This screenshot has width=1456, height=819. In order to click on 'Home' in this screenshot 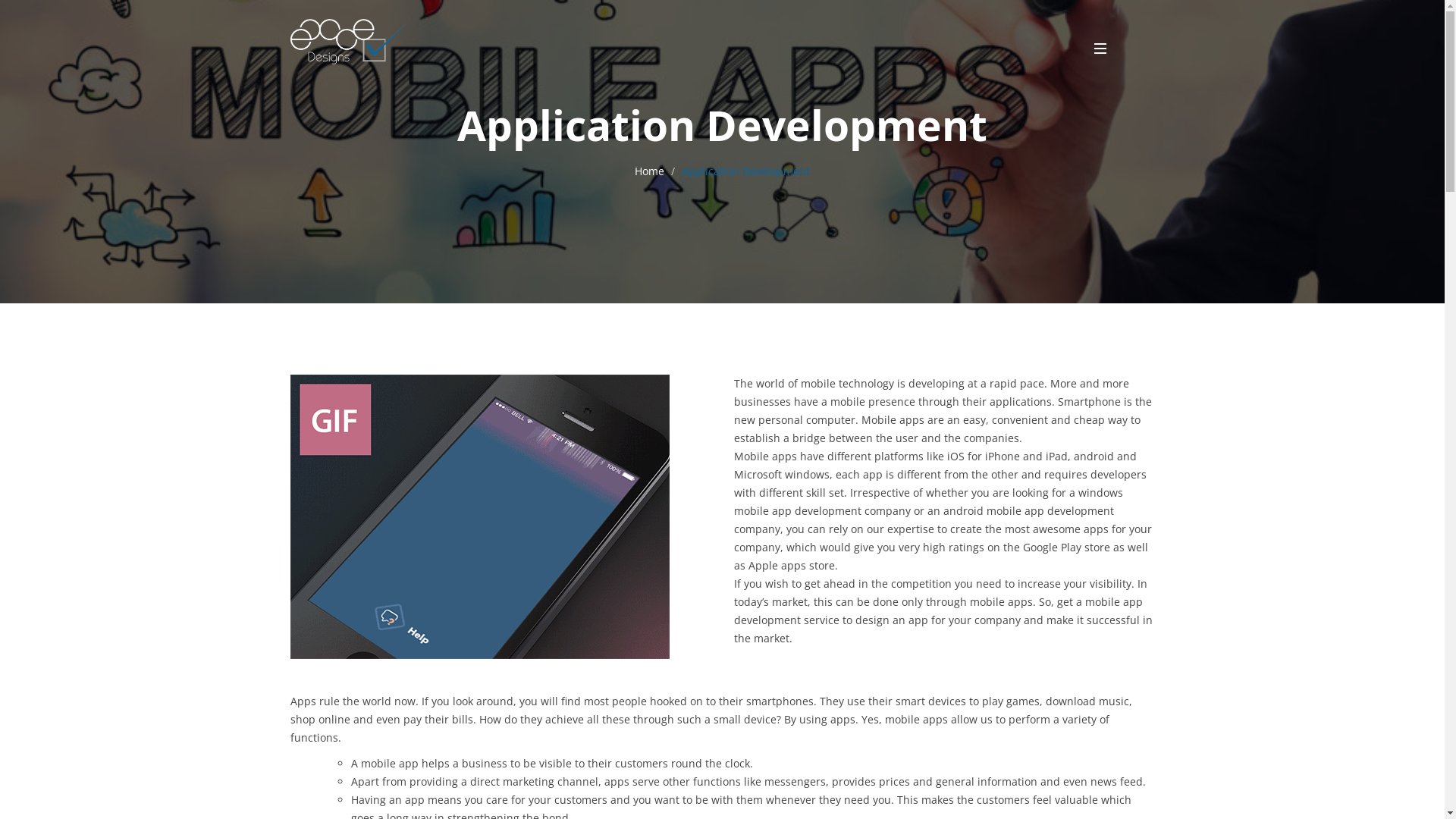, I will do `click(649, 170)`.